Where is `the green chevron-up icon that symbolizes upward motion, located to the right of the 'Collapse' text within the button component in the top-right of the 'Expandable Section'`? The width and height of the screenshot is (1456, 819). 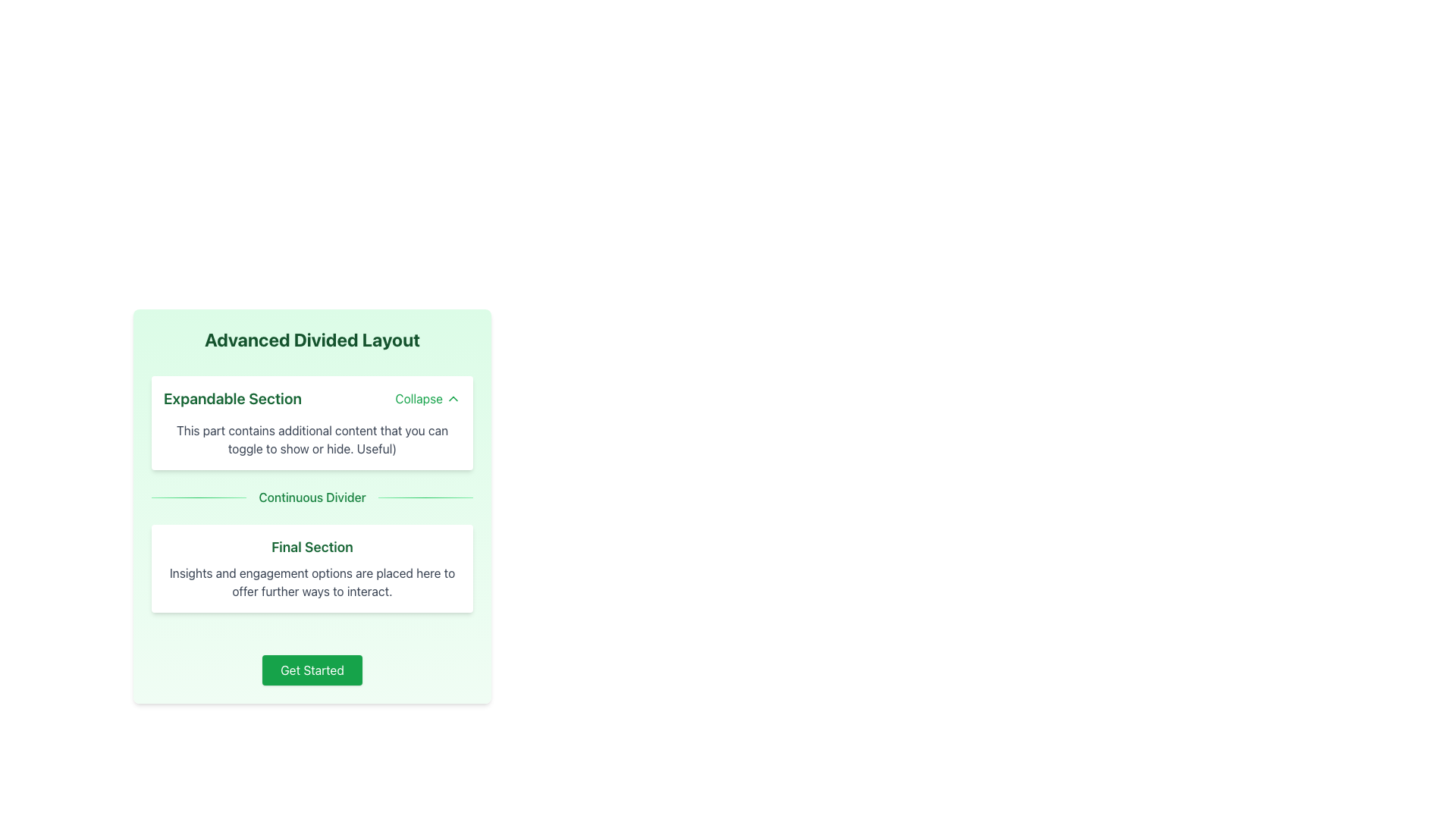 the green chevron-up icon that symbolizes upward motion, located to the right of the 'Collapse' text within the button component in the top-right of the 'Expandable Section' is located at coordinates (453, 397).